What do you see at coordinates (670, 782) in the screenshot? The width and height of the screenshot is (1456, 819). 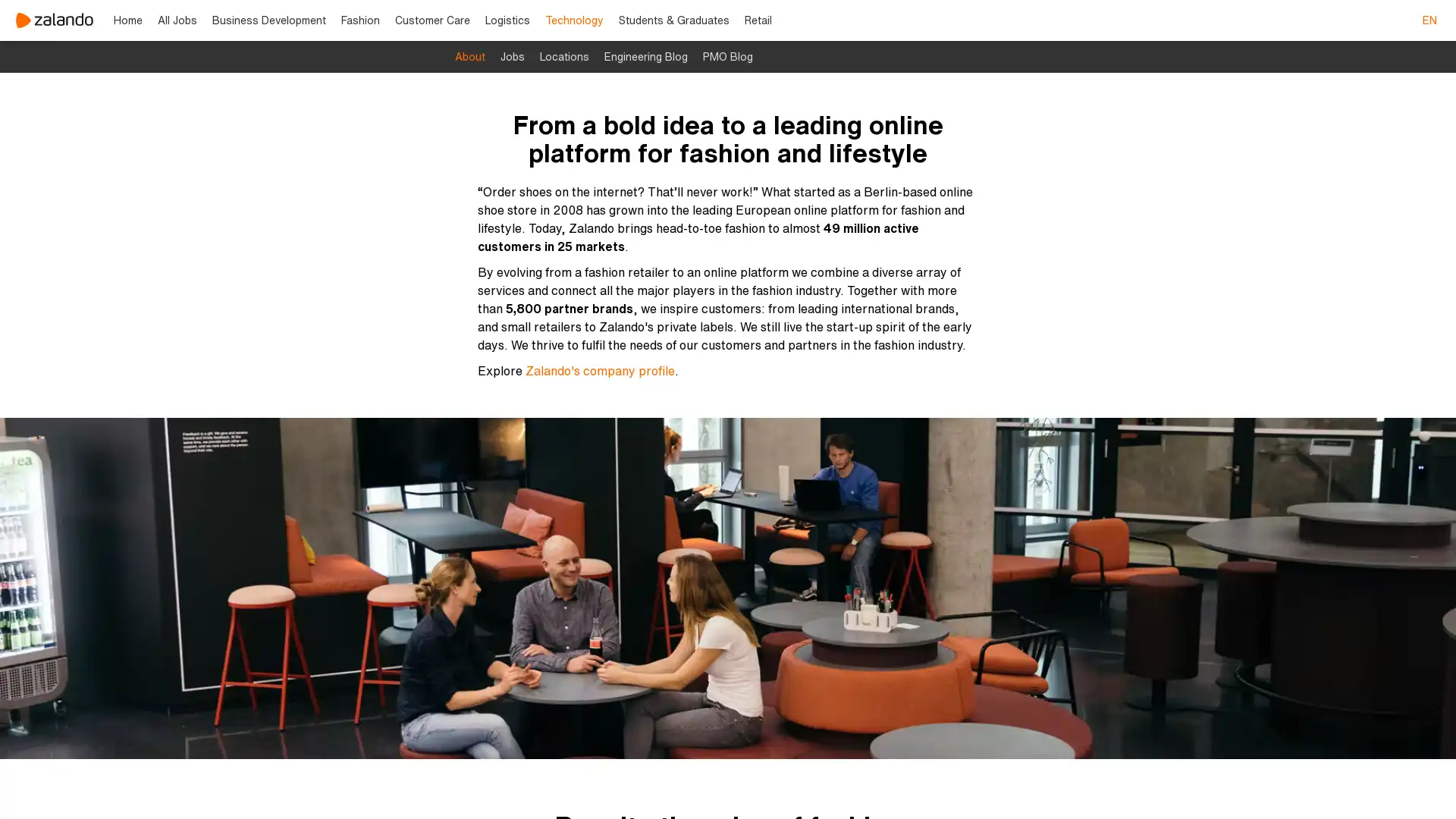 I see `Set preferences` at bounding box center [670, 782].